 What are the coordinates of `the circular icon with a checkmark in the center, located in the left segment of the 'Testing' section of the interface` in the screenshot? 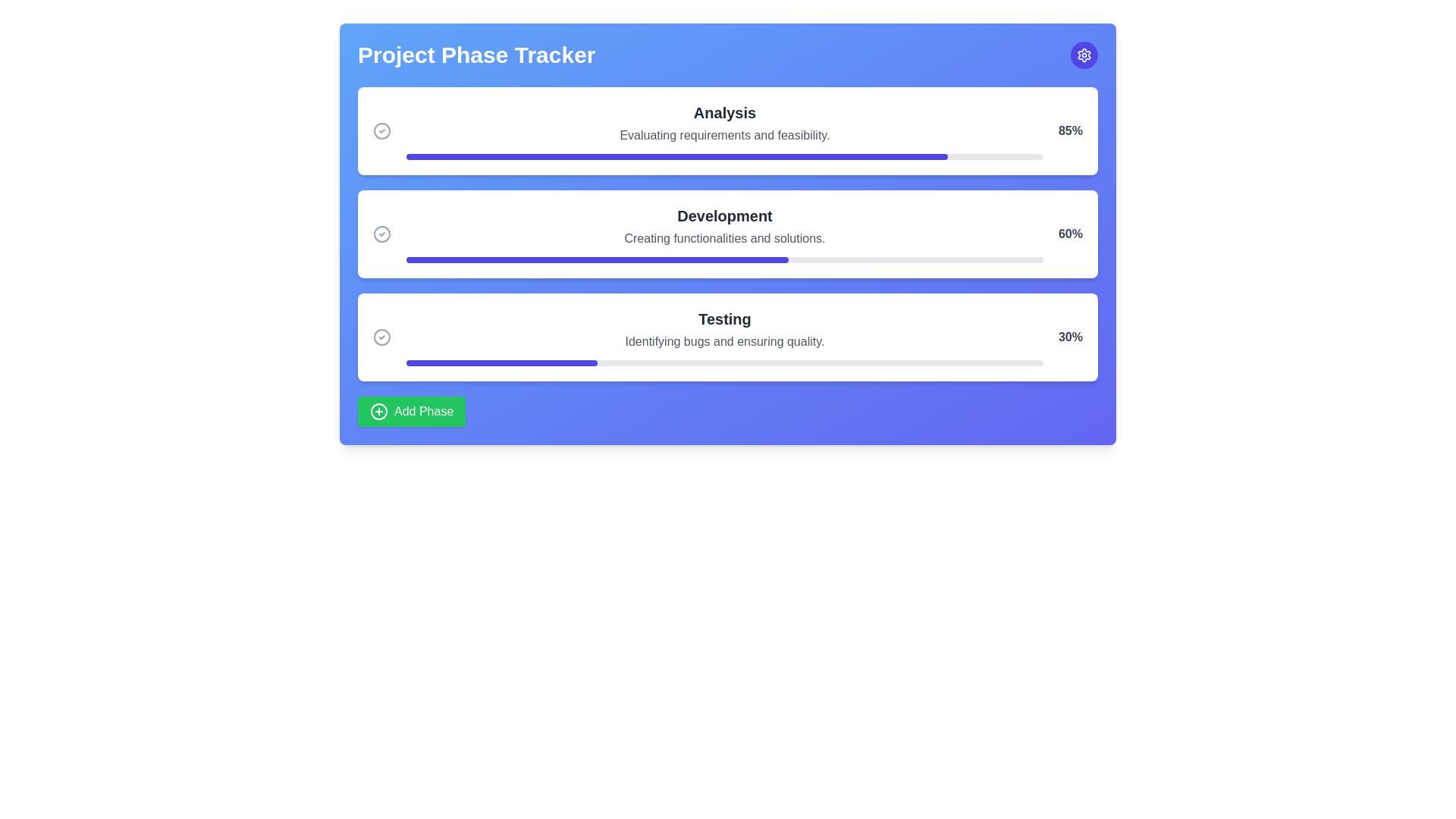 It's located at (382, 336).